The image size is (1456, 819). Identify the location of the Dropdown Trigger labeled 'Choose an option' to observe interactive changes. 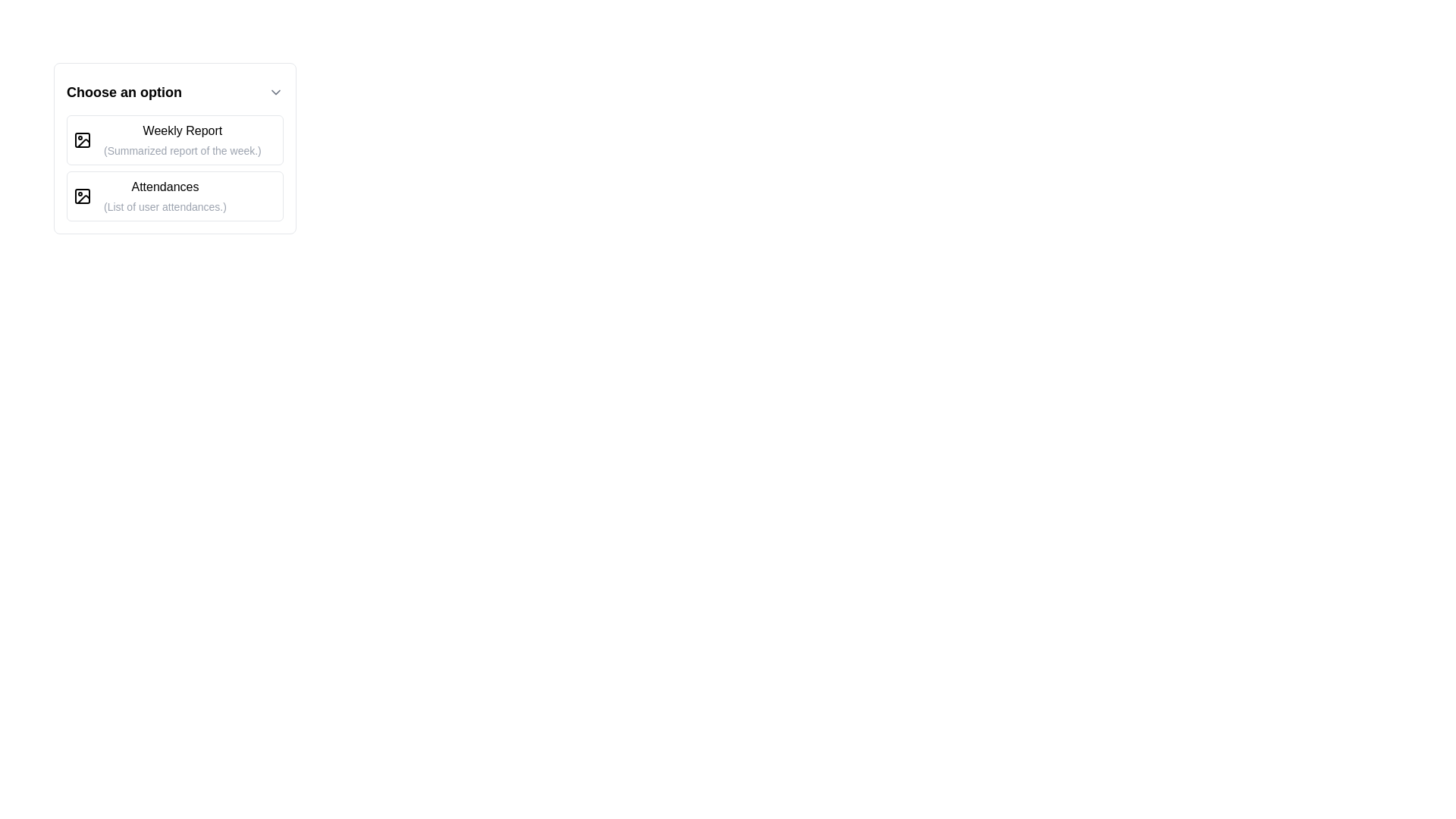
(174, 93).